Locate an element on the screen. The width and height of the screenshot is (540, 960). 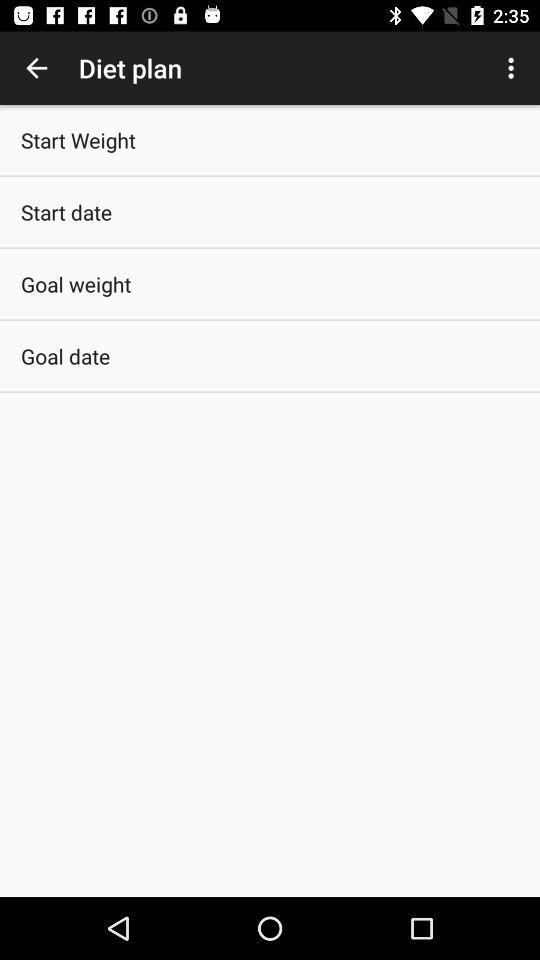
goal date icon is located at coordinates (65, 356).